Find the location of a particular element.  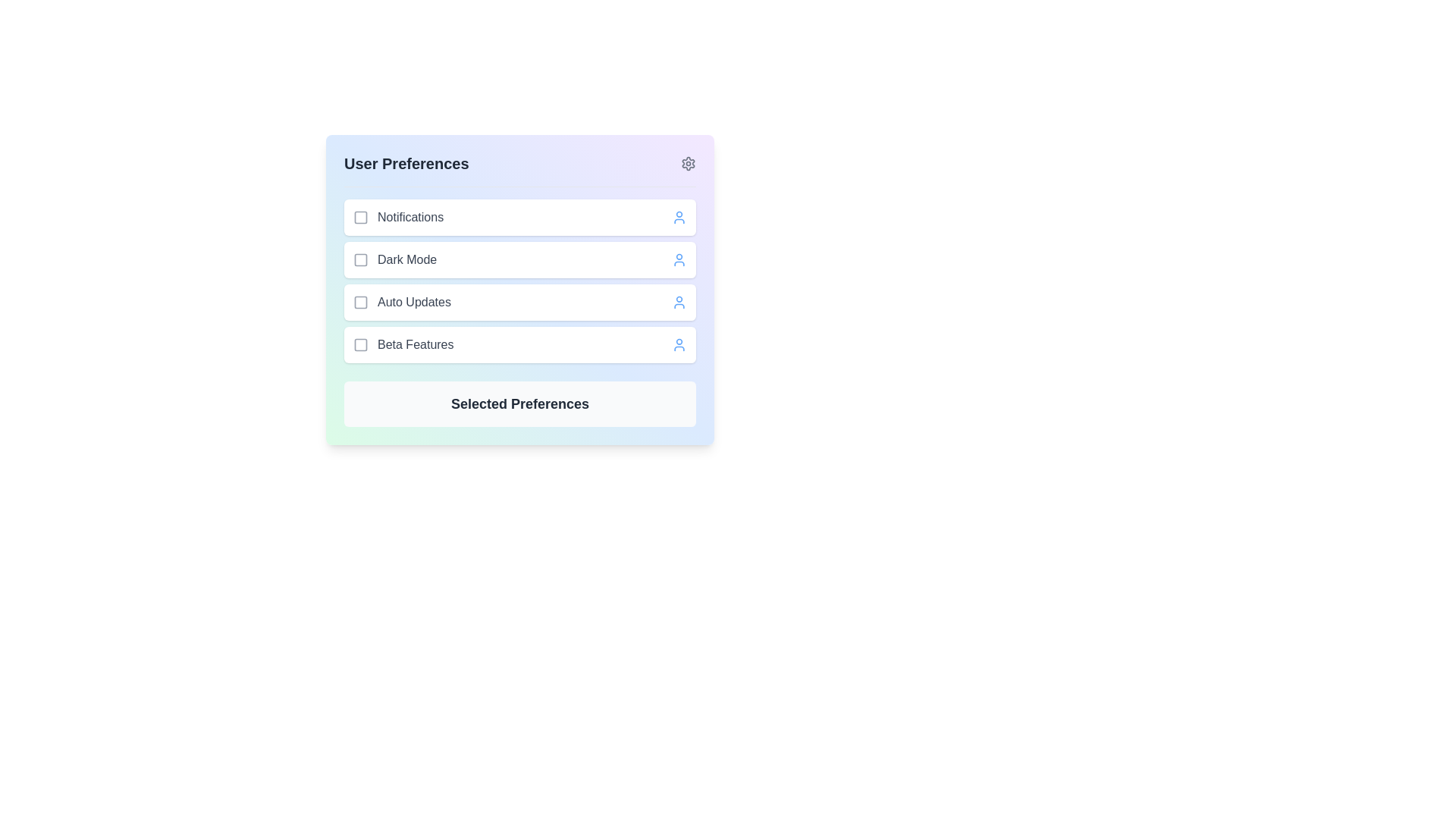

the user profile outline icon, which is styled in blue and positioned to the far right of the 'Notifications' option in the preferences list is located at coordinates (679, 217).